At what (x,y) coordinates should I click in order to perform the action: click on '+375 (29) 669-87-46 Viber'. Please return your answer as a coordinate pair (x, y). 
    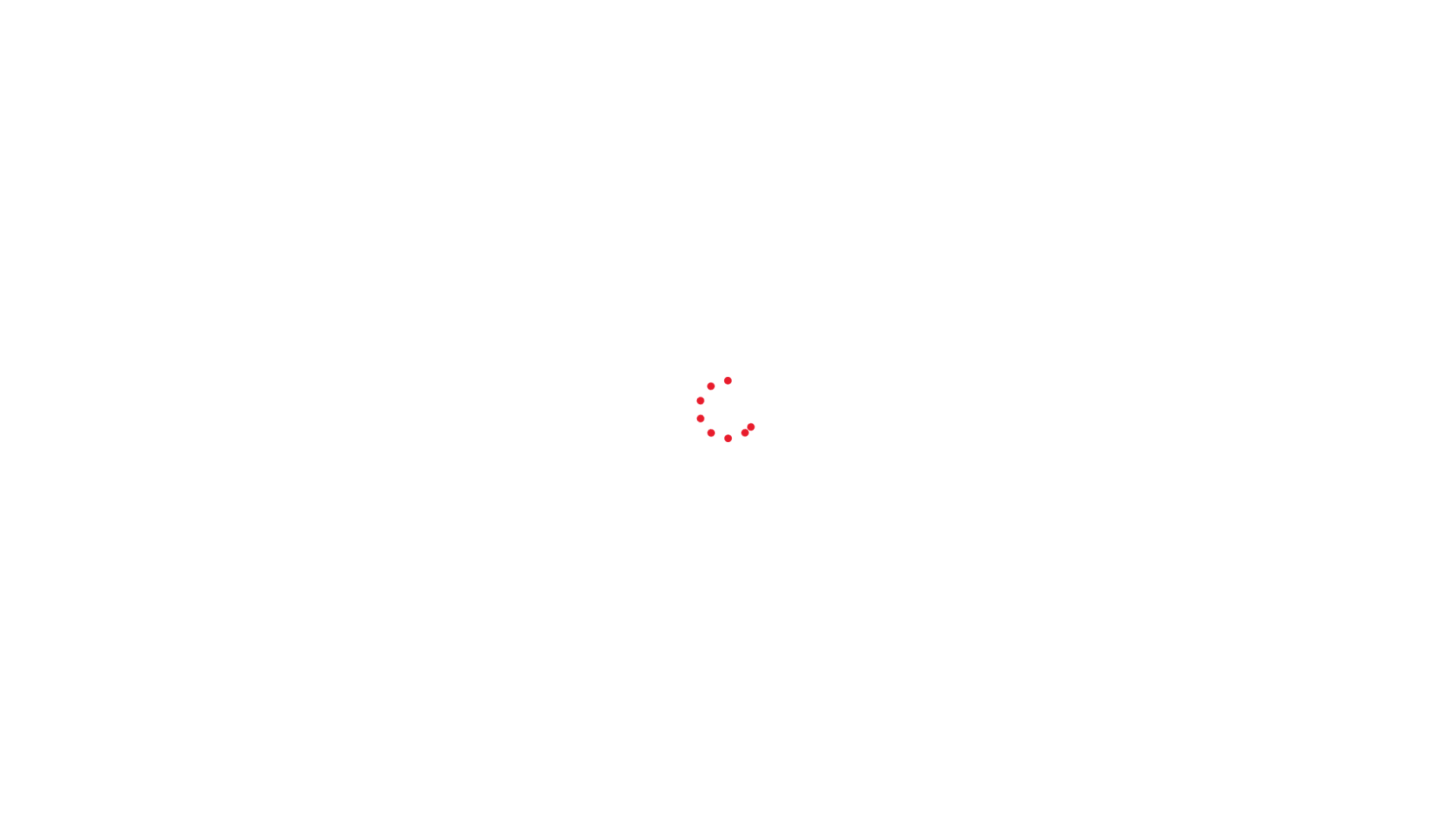
    Looking at the image, I should click on (1065, 60).